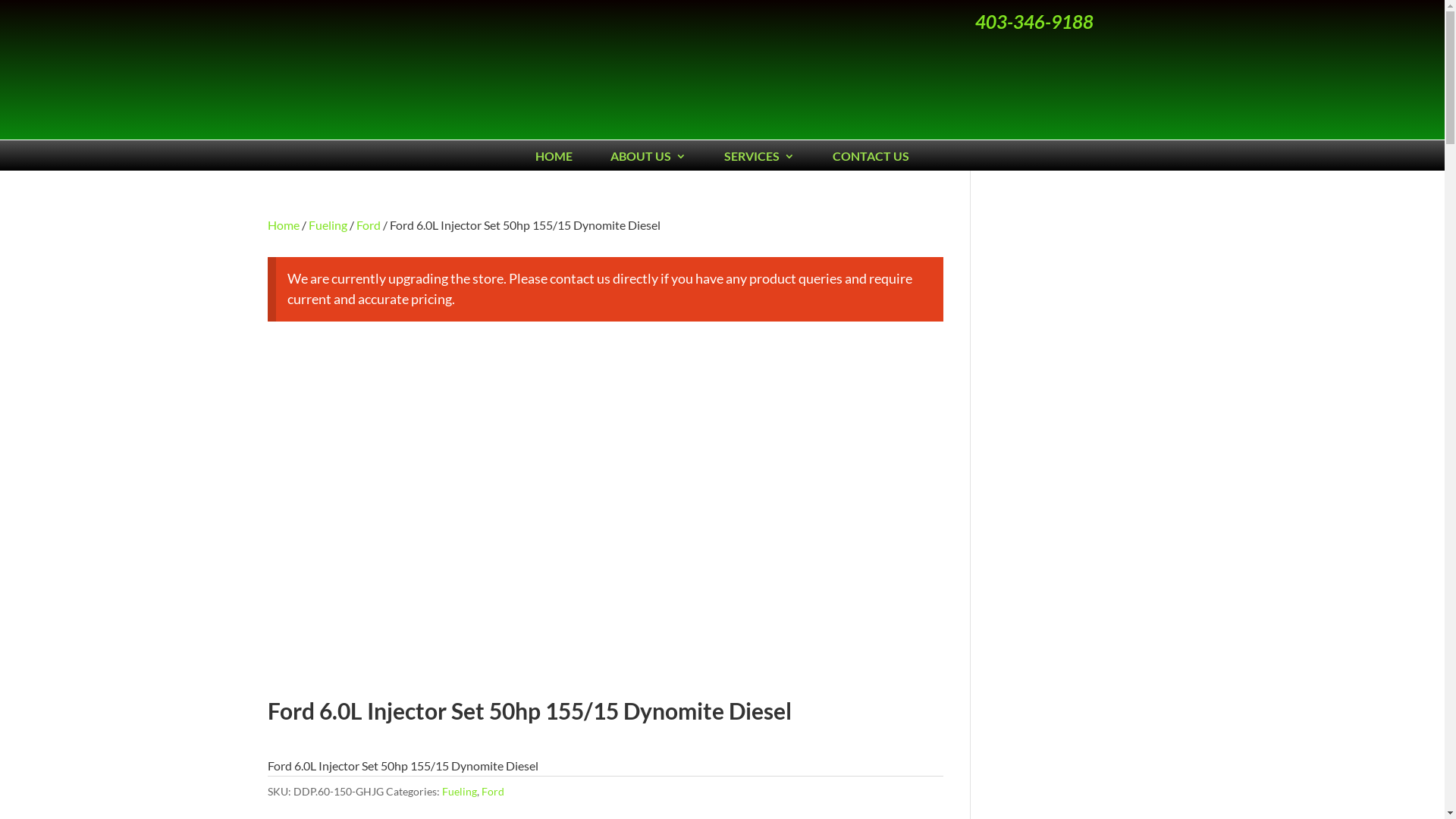  Describe the element at coordinates (283, 224) in the screenshot. I see `'Home'` at that location.